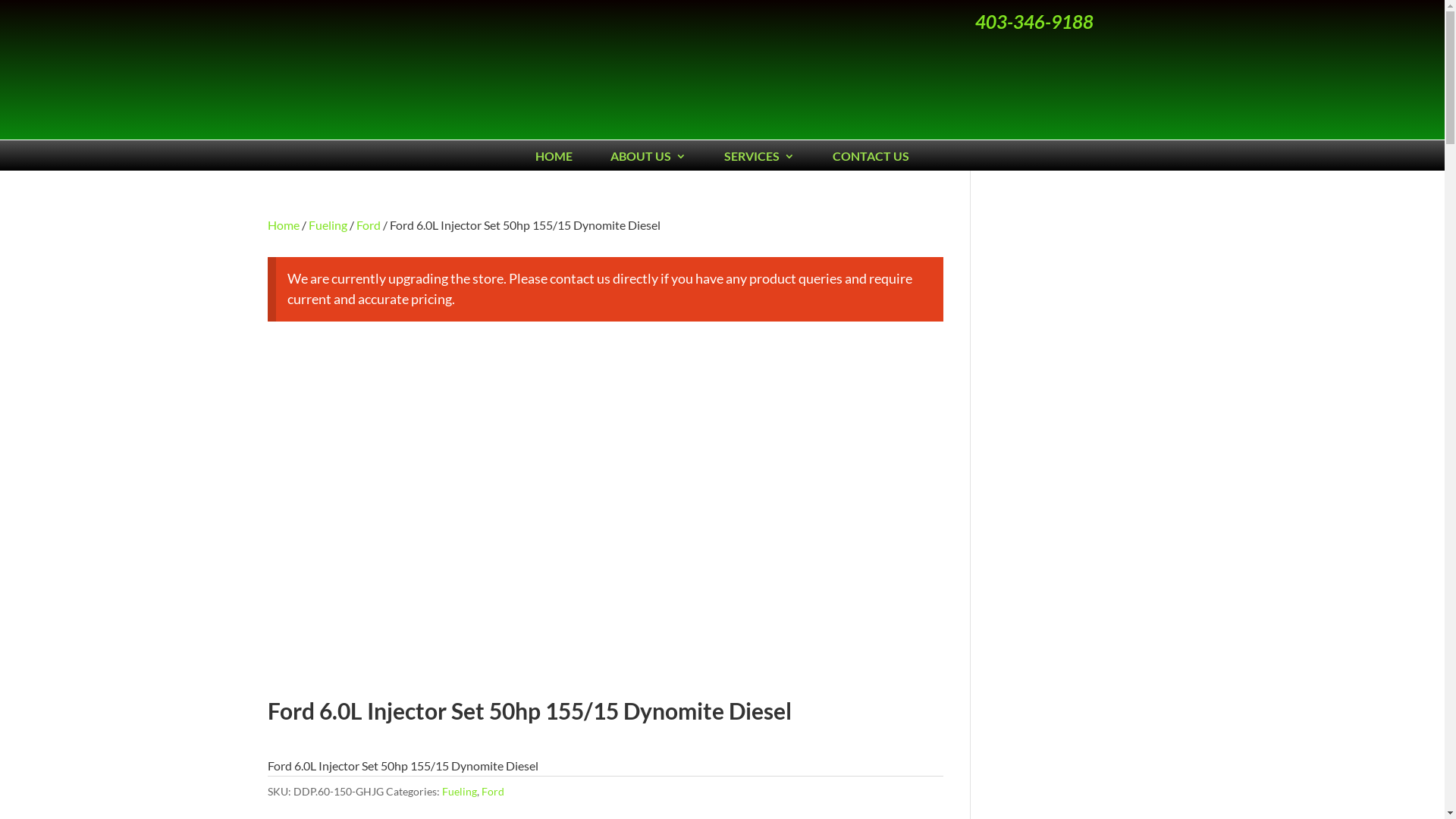  Describe the element at coordinates (283, 224) in the screenshot. I see `'Home'` at that location.